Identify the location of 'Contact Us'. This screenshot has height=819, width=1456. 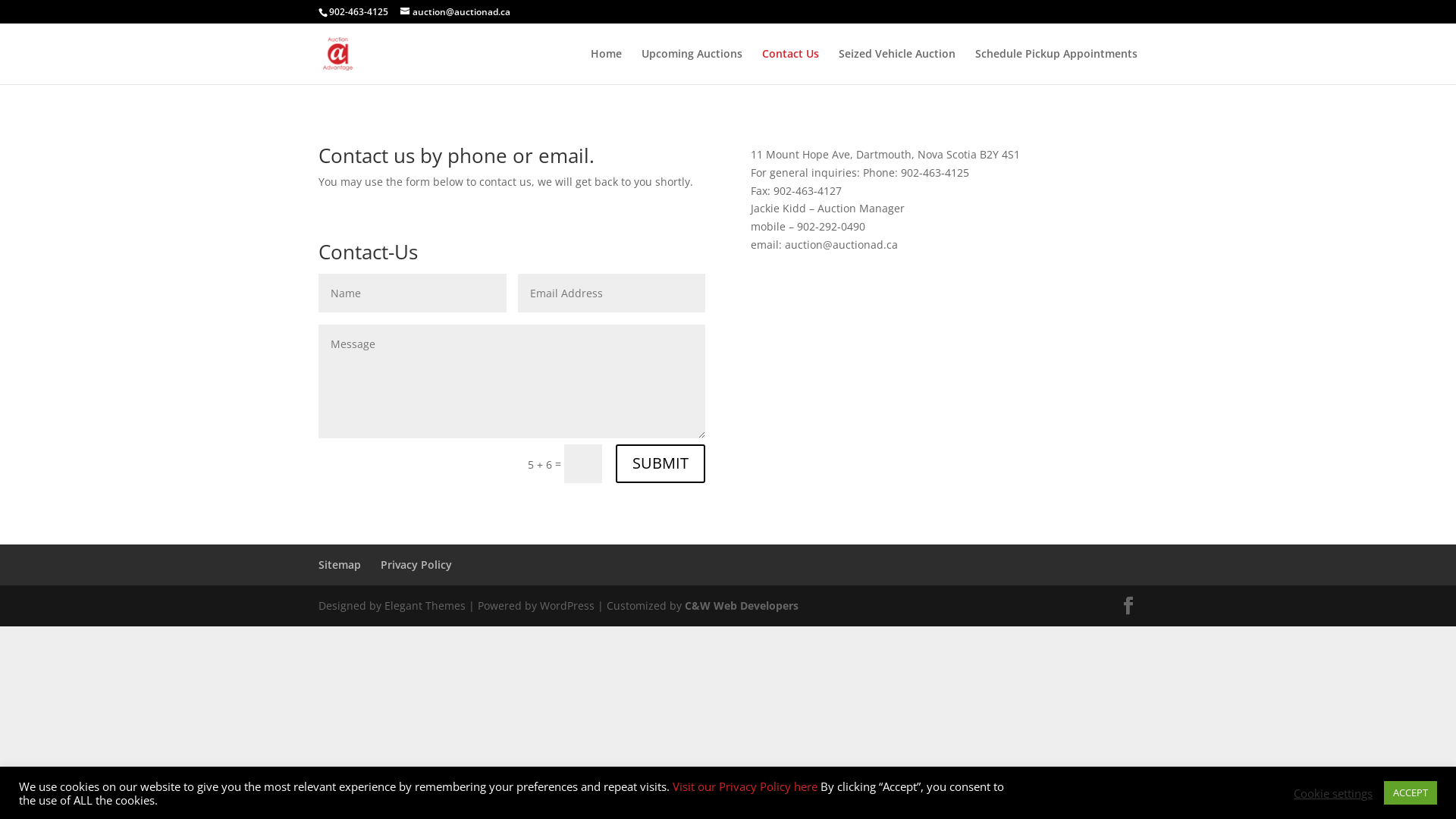
(789, 65).